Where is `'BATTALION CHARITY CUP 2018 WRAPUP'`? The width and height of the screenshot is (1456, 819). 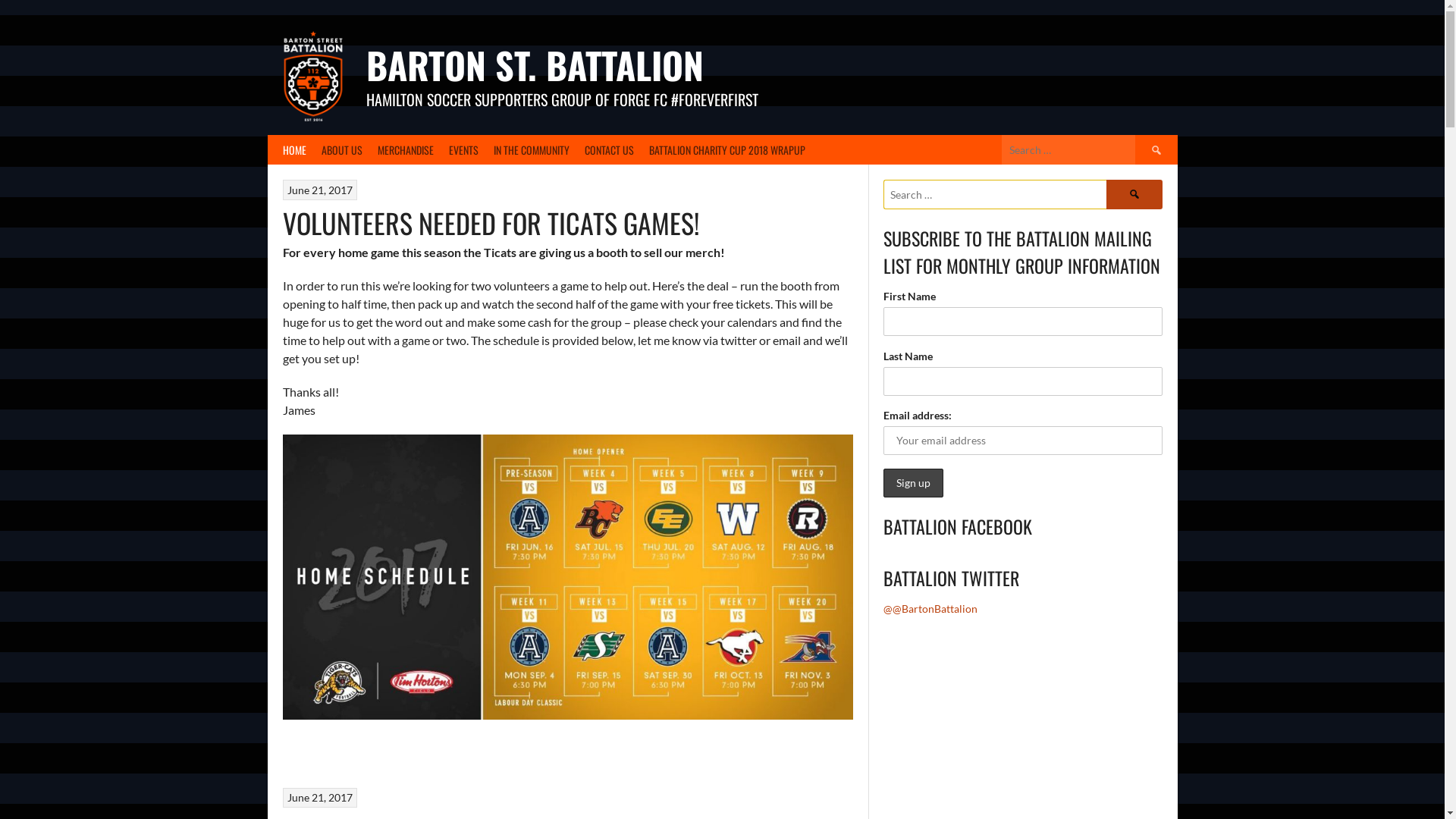 'BATTALION CHARITY CUP 2018 WRAPUP' is located at coordinates (726, 149).